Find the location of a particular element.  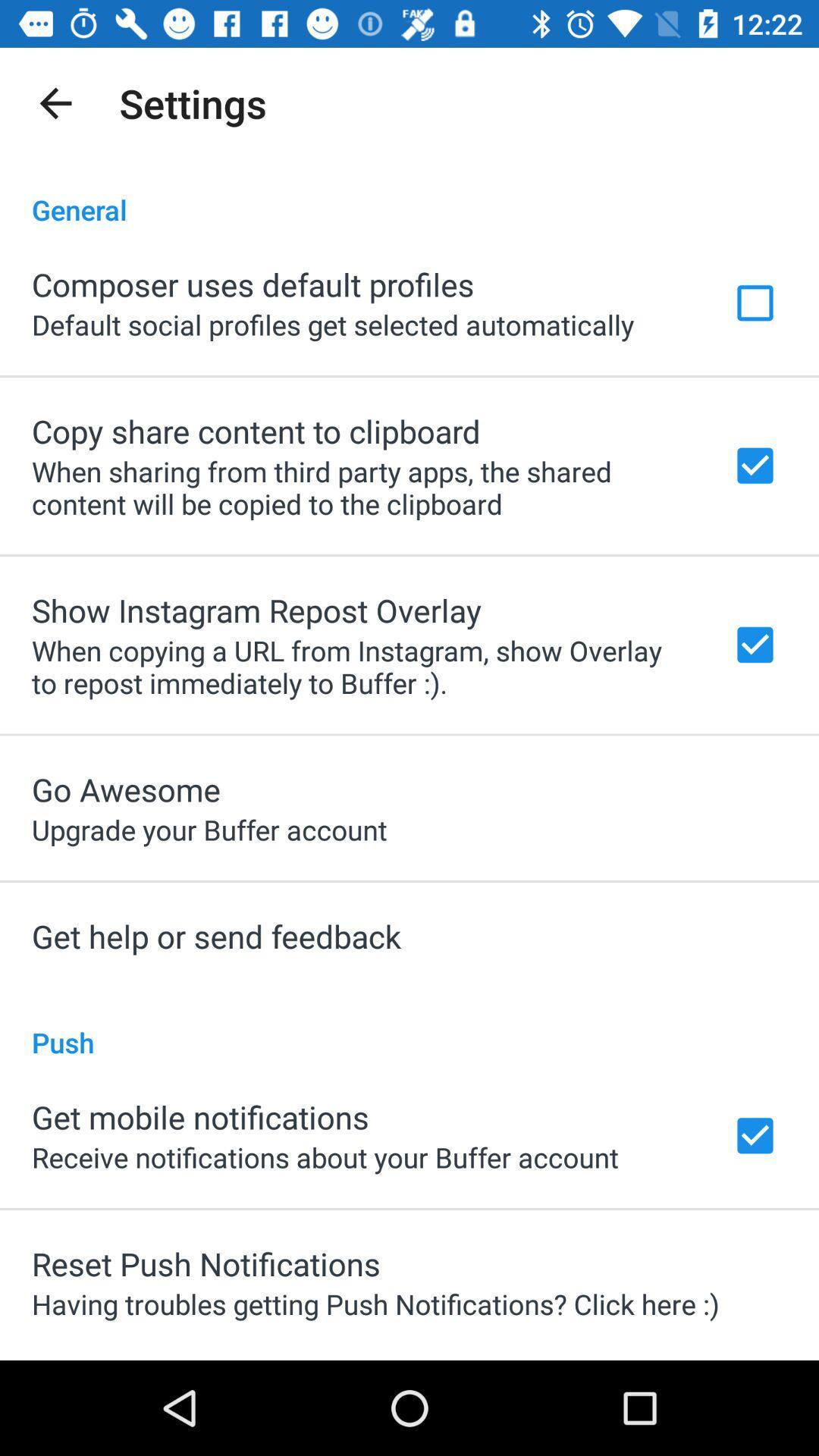

icon below the get mobile notifications item is located at coordinates (324, 1156).